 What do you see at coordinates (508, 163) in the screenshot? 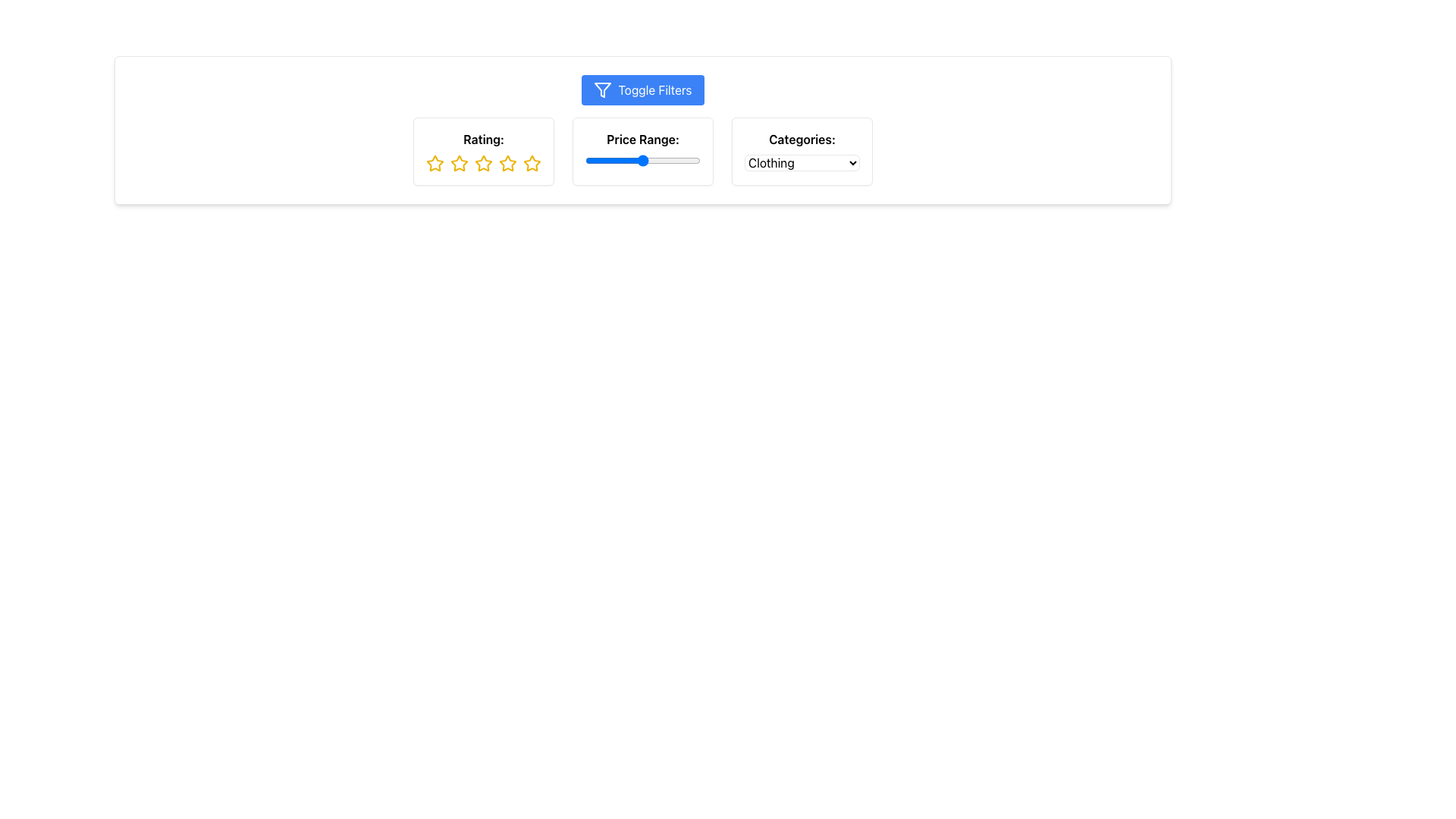
I see `the fourth gold-colored star icon with a hollow center in the 'Rating' section` at bounding box center [508, 163].